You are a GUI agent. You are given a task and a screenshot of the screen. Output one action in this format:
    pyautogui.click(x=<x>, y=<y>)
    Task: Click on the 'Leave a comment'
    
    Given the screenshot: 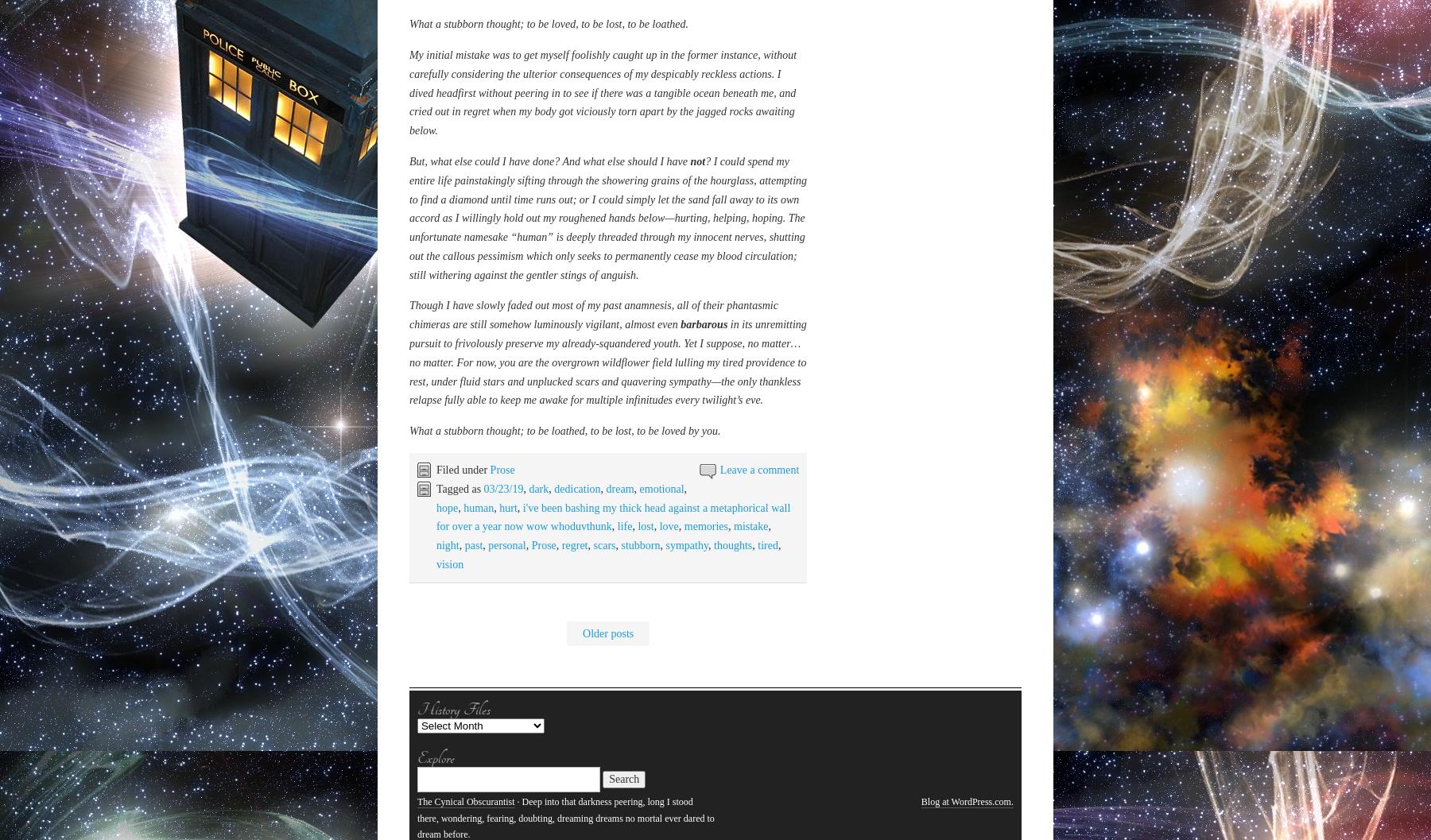 What is the action you would take?
    pyautogui.click(x=719, y=335)
    